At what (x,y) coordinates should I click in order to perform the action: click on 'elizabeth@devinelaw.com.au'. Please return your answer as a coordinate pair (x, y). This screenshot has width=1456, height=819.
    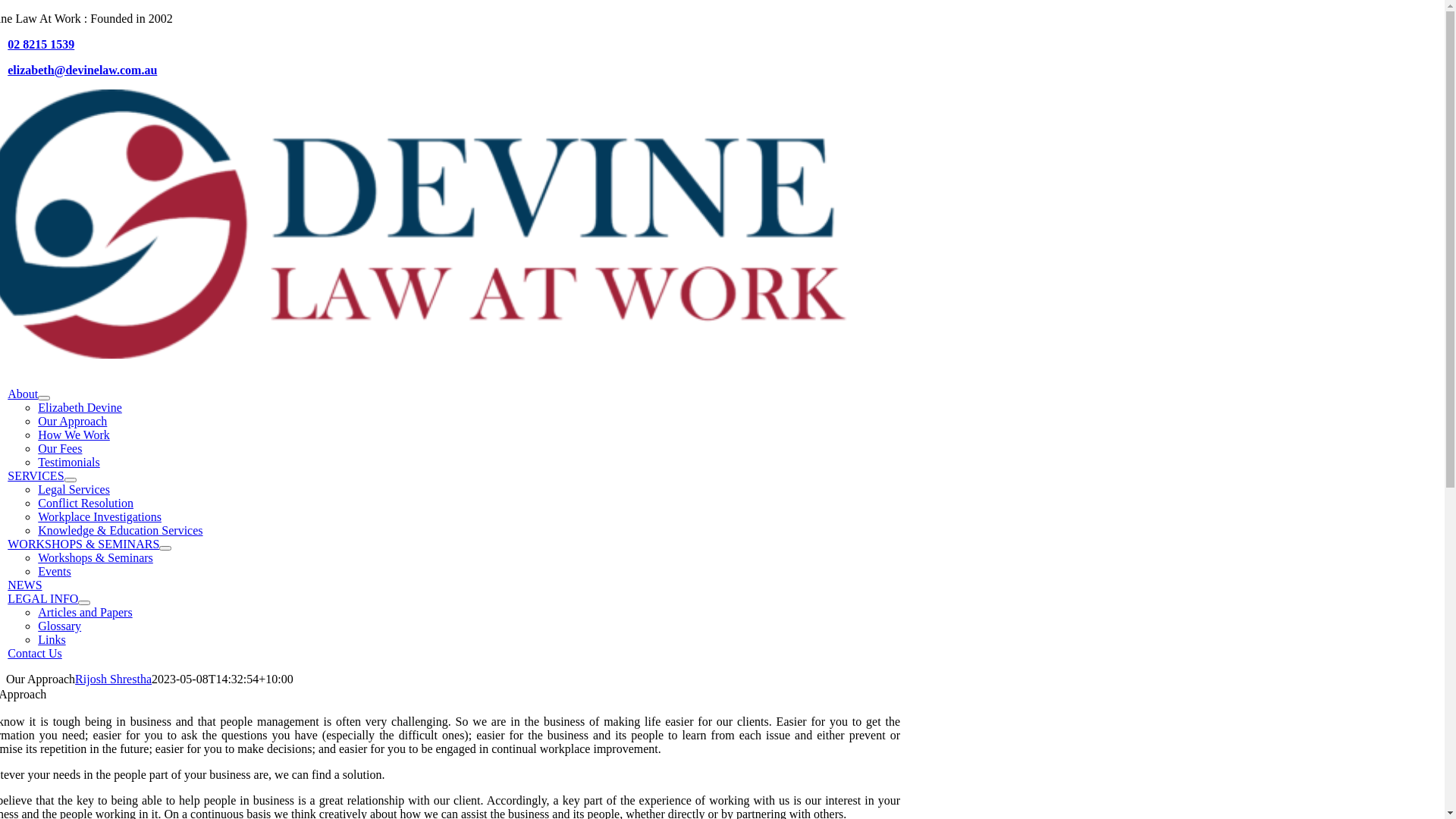
    Looking at the image, I should click on (81, 70).